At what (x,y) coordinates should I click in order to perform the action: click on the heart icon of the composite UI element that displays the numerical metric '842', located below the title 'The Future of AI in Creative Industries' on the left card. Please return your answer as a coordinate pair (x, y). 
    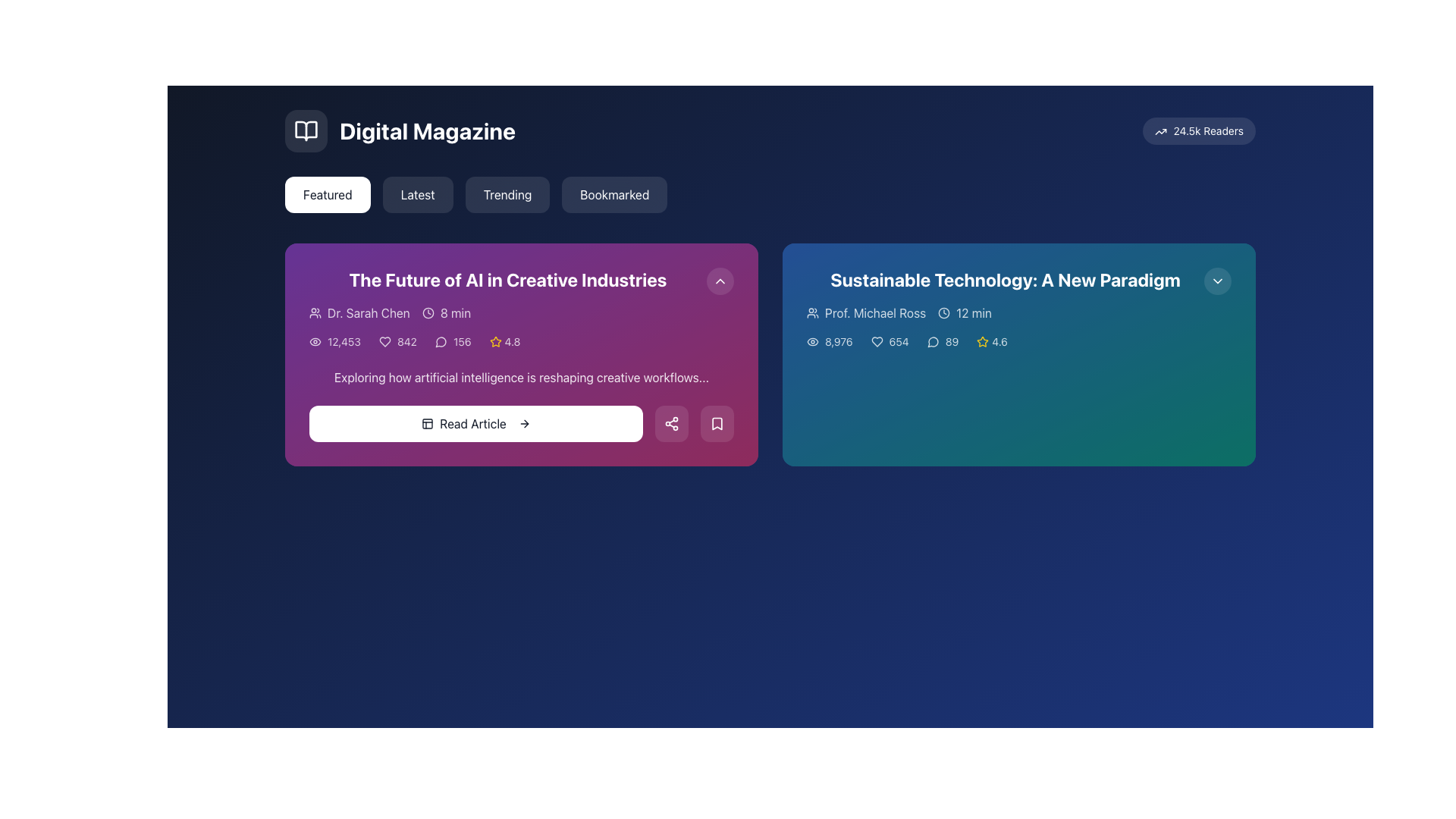
    Looking at the image, I should click on (397, 342).